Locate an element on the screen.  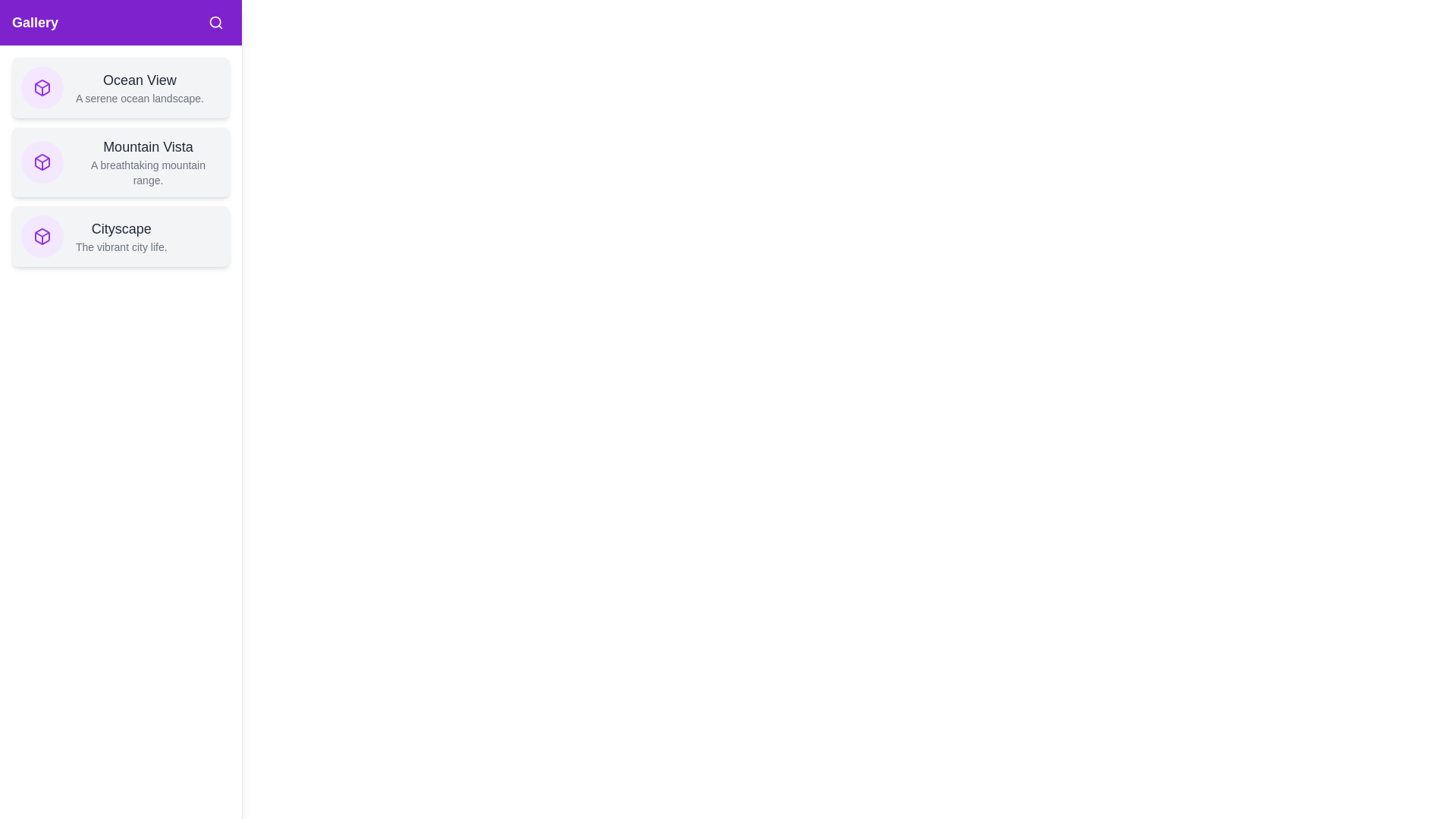
toggle button to open or close the gallery drawer is located at coordinates (33, 33).